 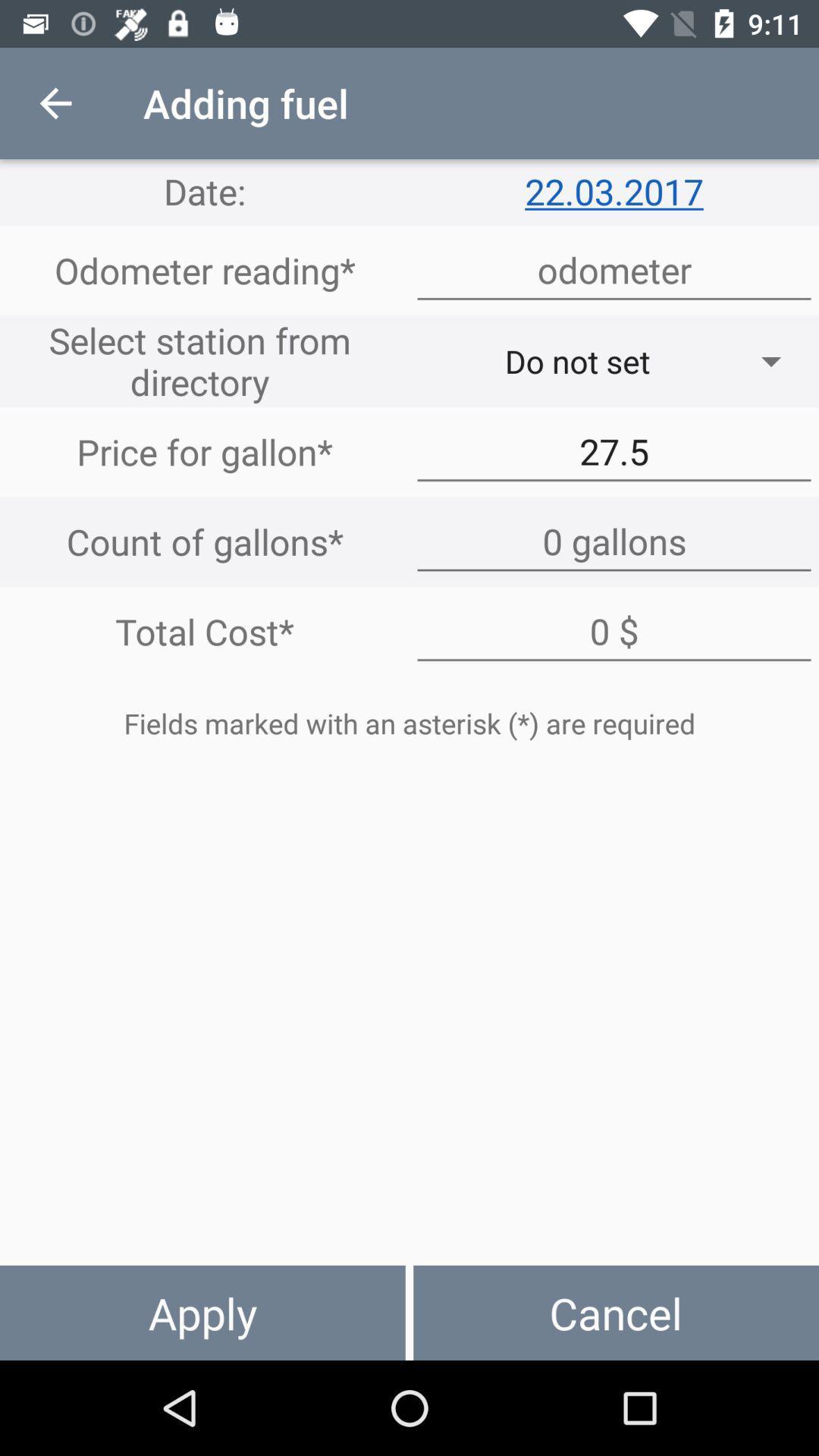 What do you see at coordinates (614, 632) in the screenshot?
I see `type the total` at bounding box center [614, 632].